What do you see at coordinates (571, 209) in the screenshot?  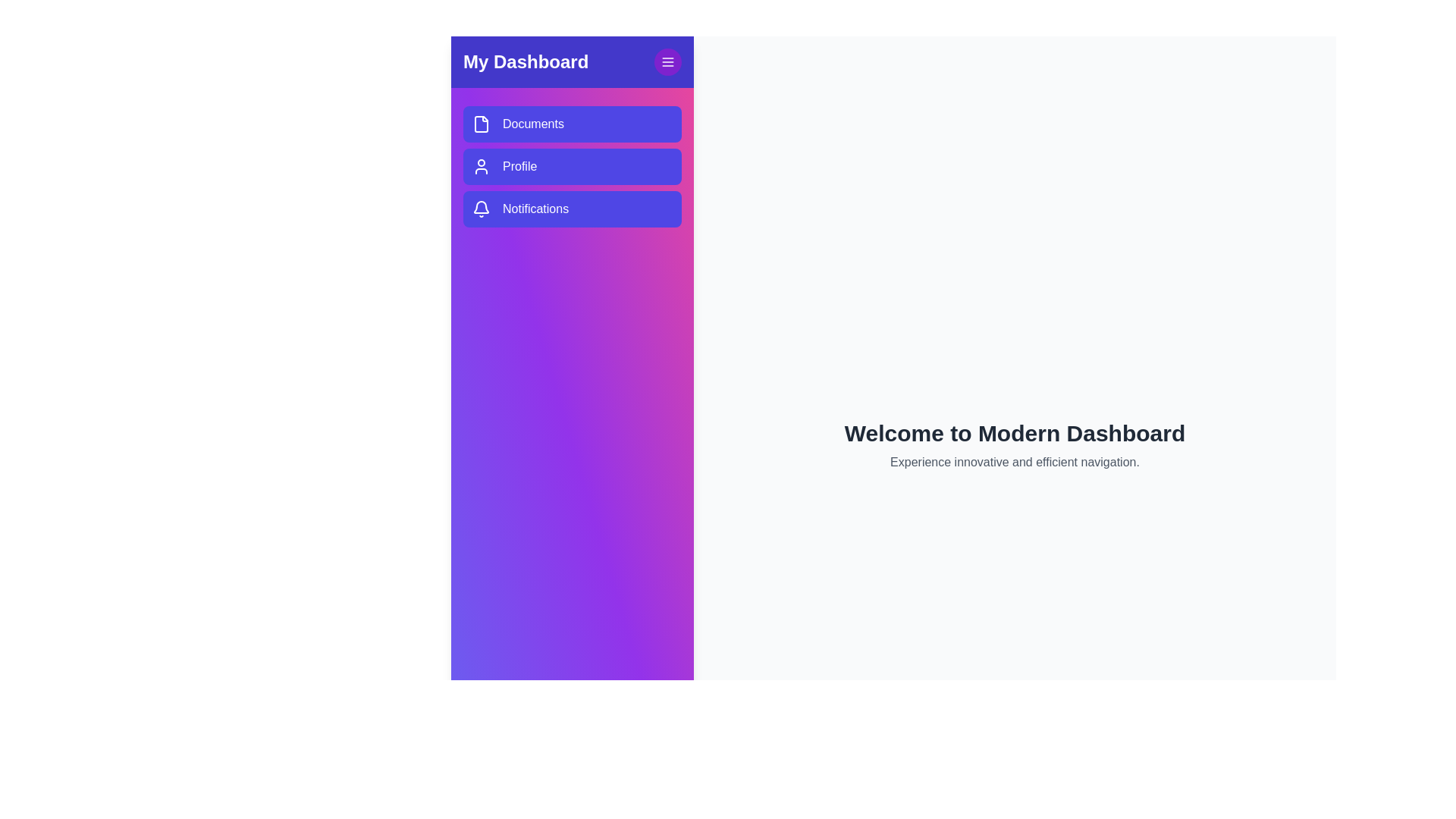 I see `the 'Notifications' button to open the notifications section` at bounding box center [571, 209].